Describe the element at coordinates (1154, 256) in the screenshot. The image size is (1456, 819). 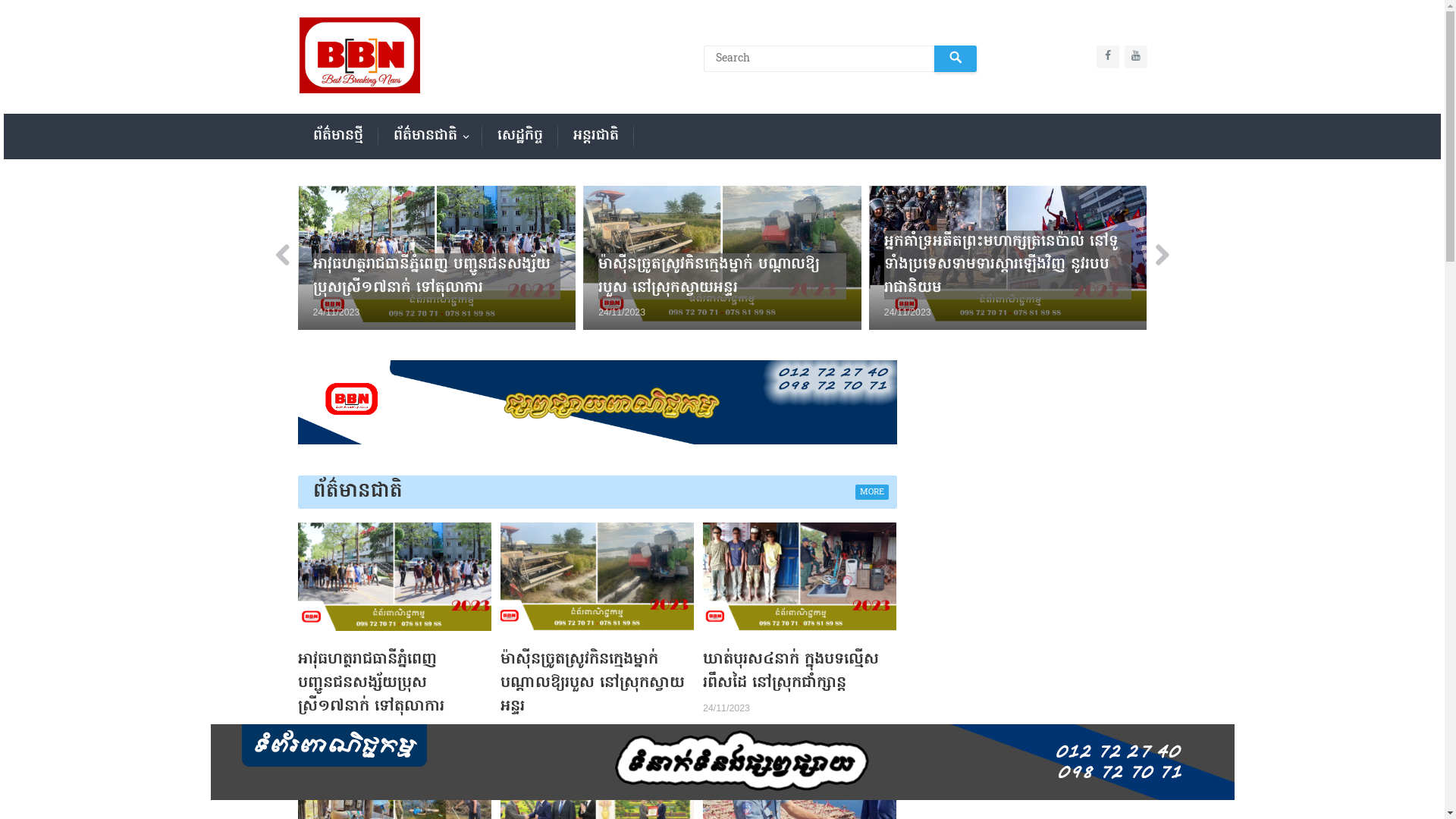
I see `'Next'` at that location.